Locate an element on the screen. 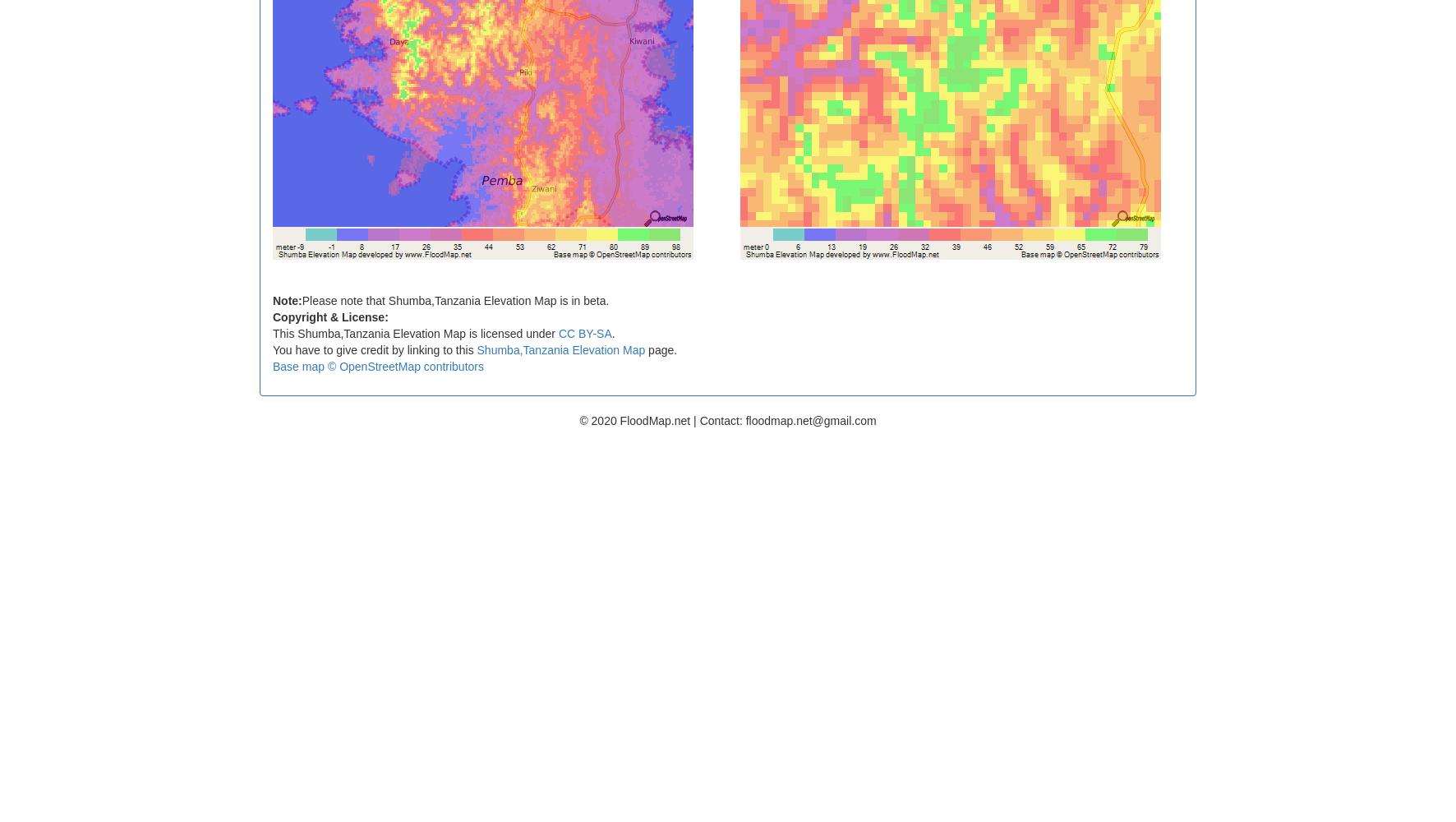 Image resolution: width=1456 pixels, height=822 pixels. 'You have to give credit by linking to this' is located at coordinates (373, 349).